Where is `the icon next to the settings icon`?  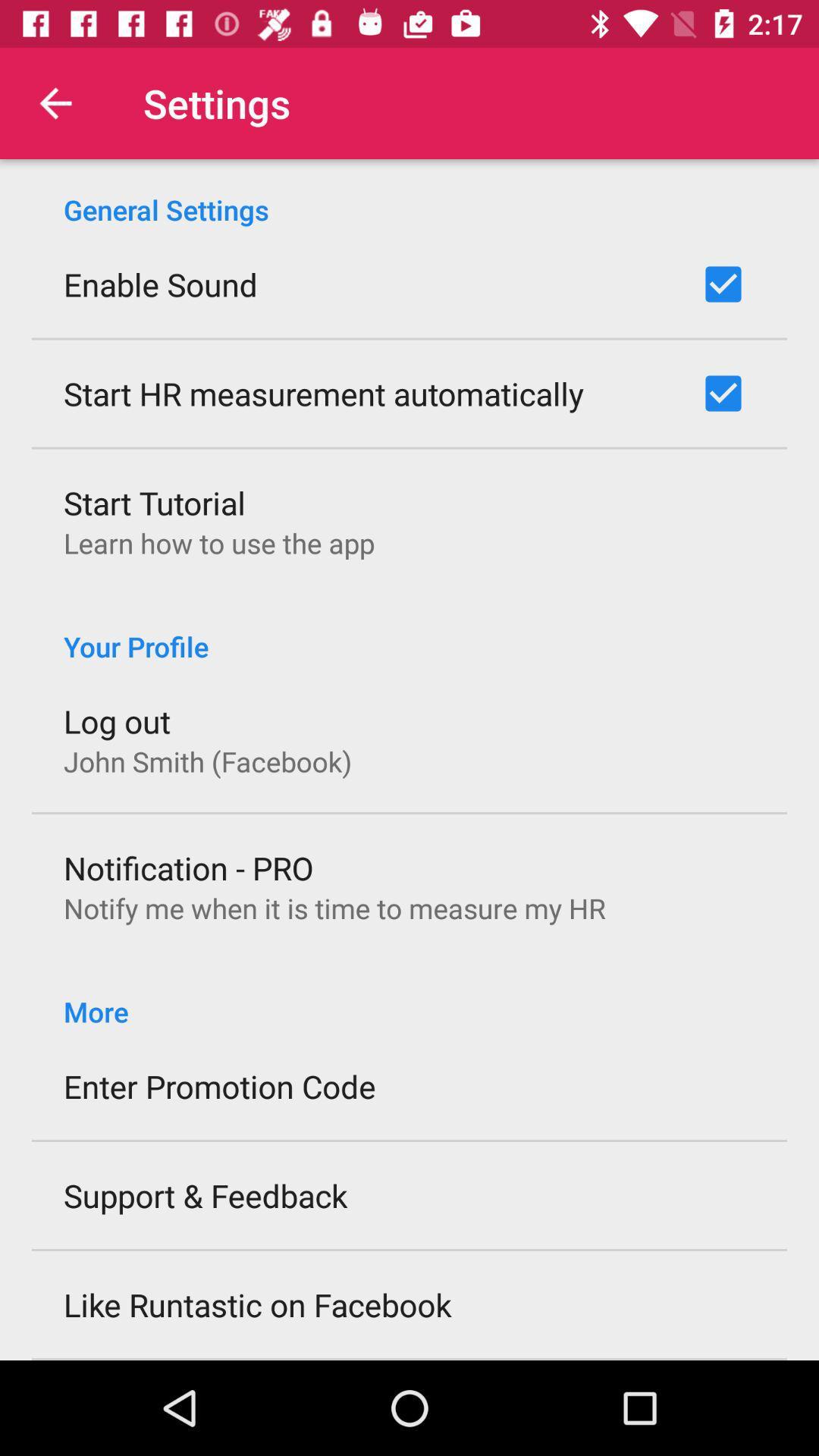
the icon next to the settings icon is located at coordinates (55, 102).